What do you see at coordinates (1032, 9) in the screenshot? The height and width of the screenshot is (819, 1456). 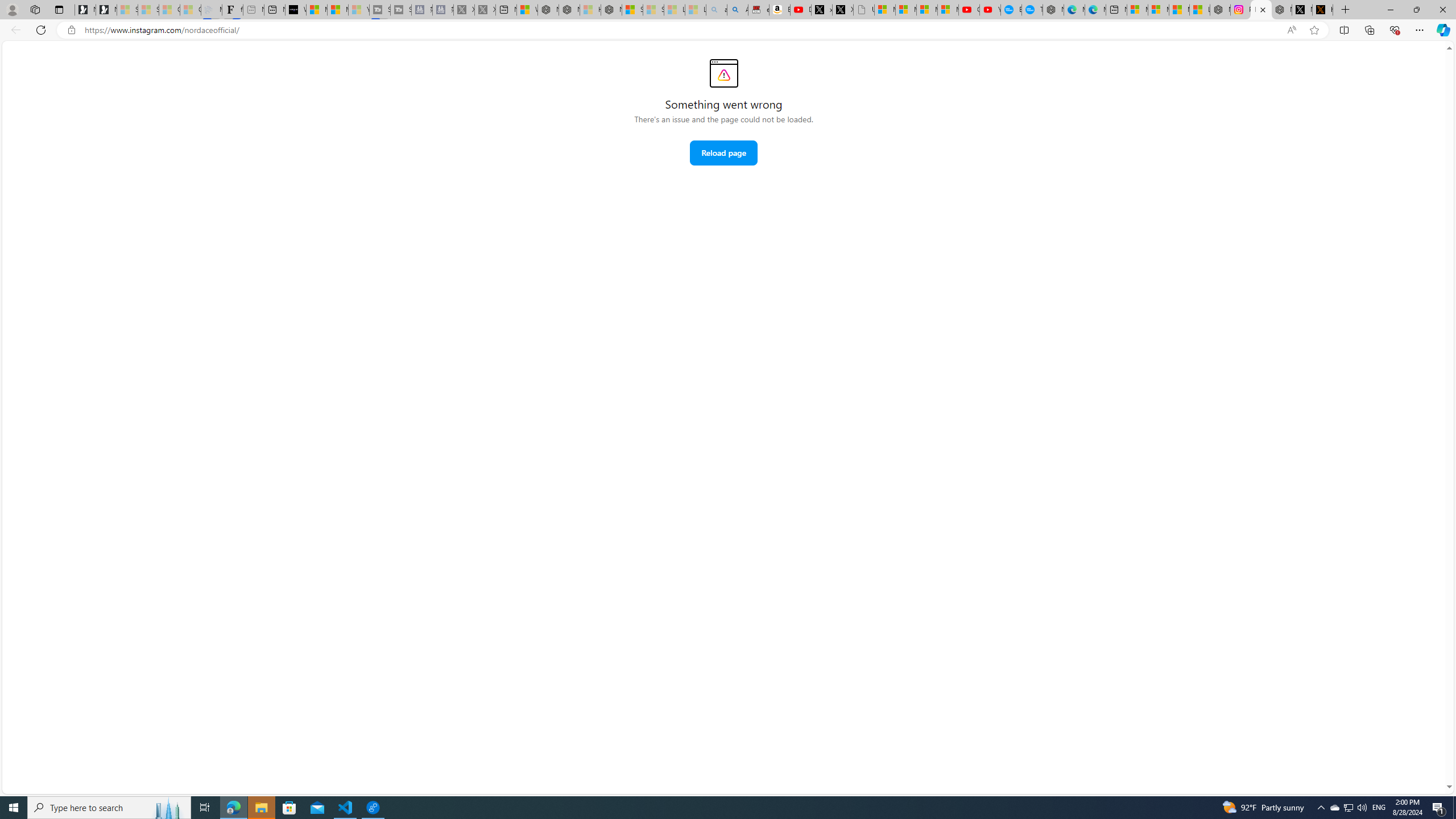 I see `'The most popular Google '` at bounding box center [1032, 9].